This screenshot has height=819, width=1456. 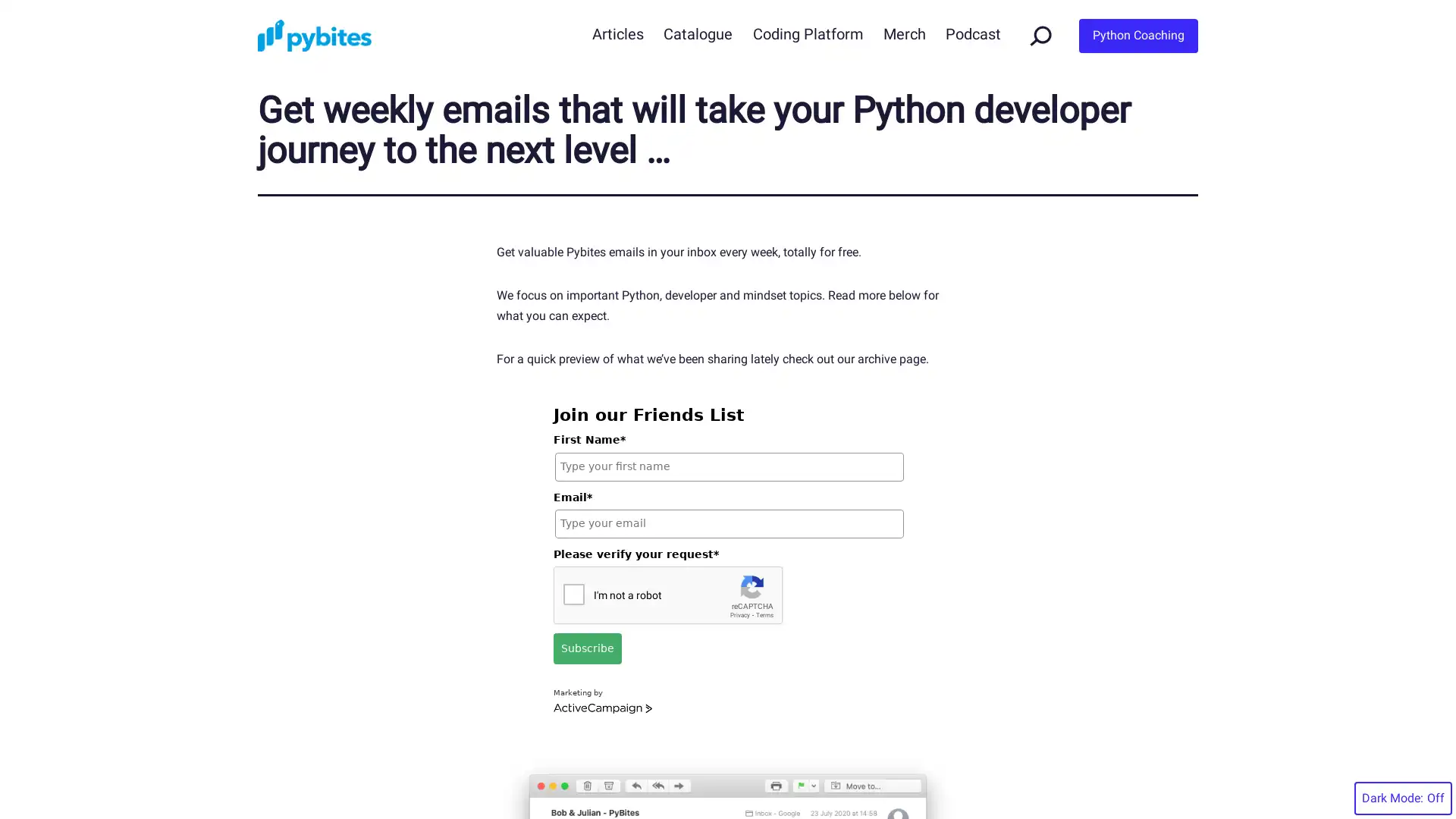 I want to click on Python Coaching, so click(x=1138, y=34).